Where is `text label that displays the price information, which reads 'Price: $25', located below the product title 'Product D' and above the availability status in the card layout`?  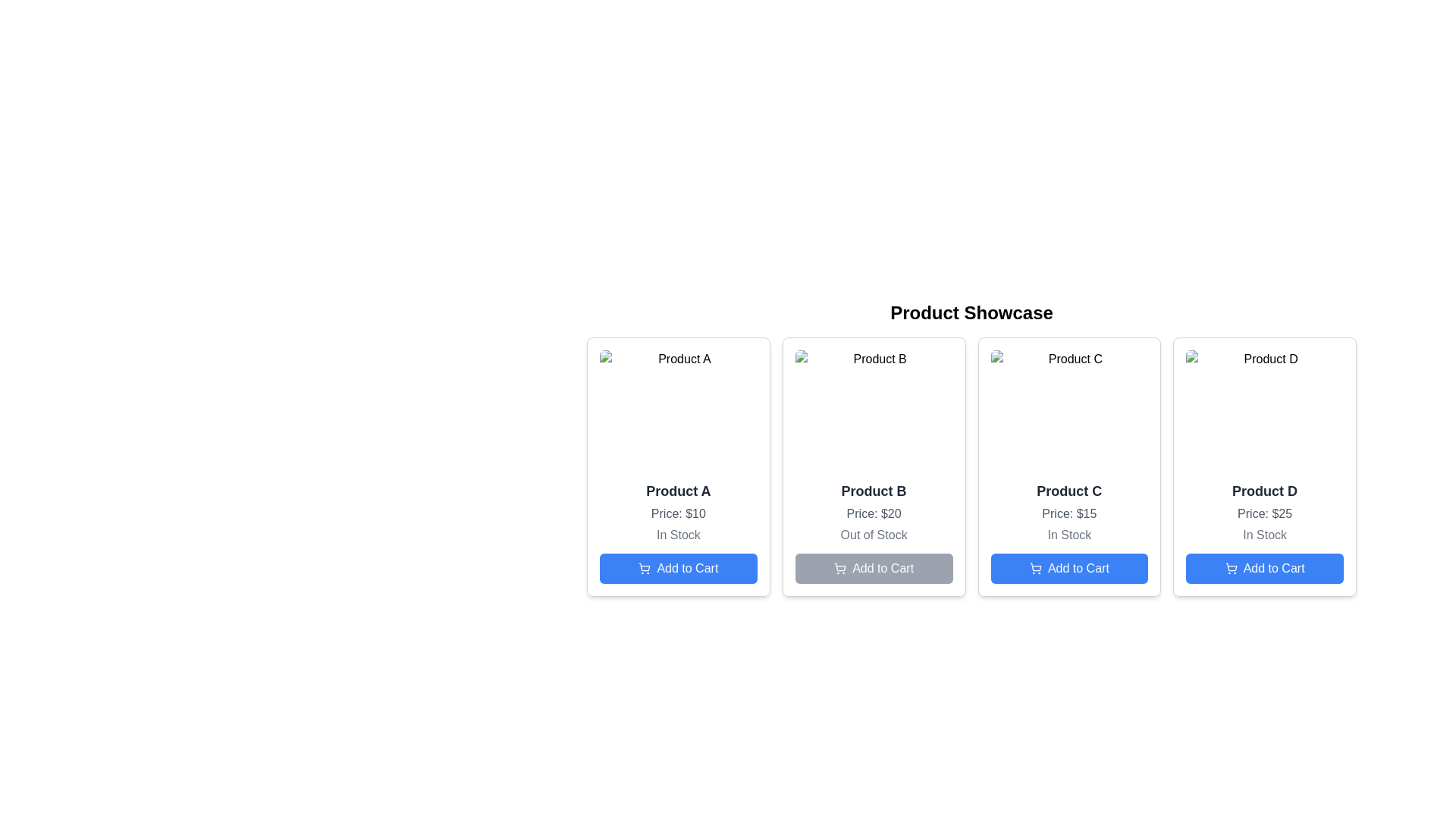 text label that displays the price information, which reads 'Price: $25', located below the product title 'Product D' and above the availability status in the card layout is located at coordinates (1265, 513).